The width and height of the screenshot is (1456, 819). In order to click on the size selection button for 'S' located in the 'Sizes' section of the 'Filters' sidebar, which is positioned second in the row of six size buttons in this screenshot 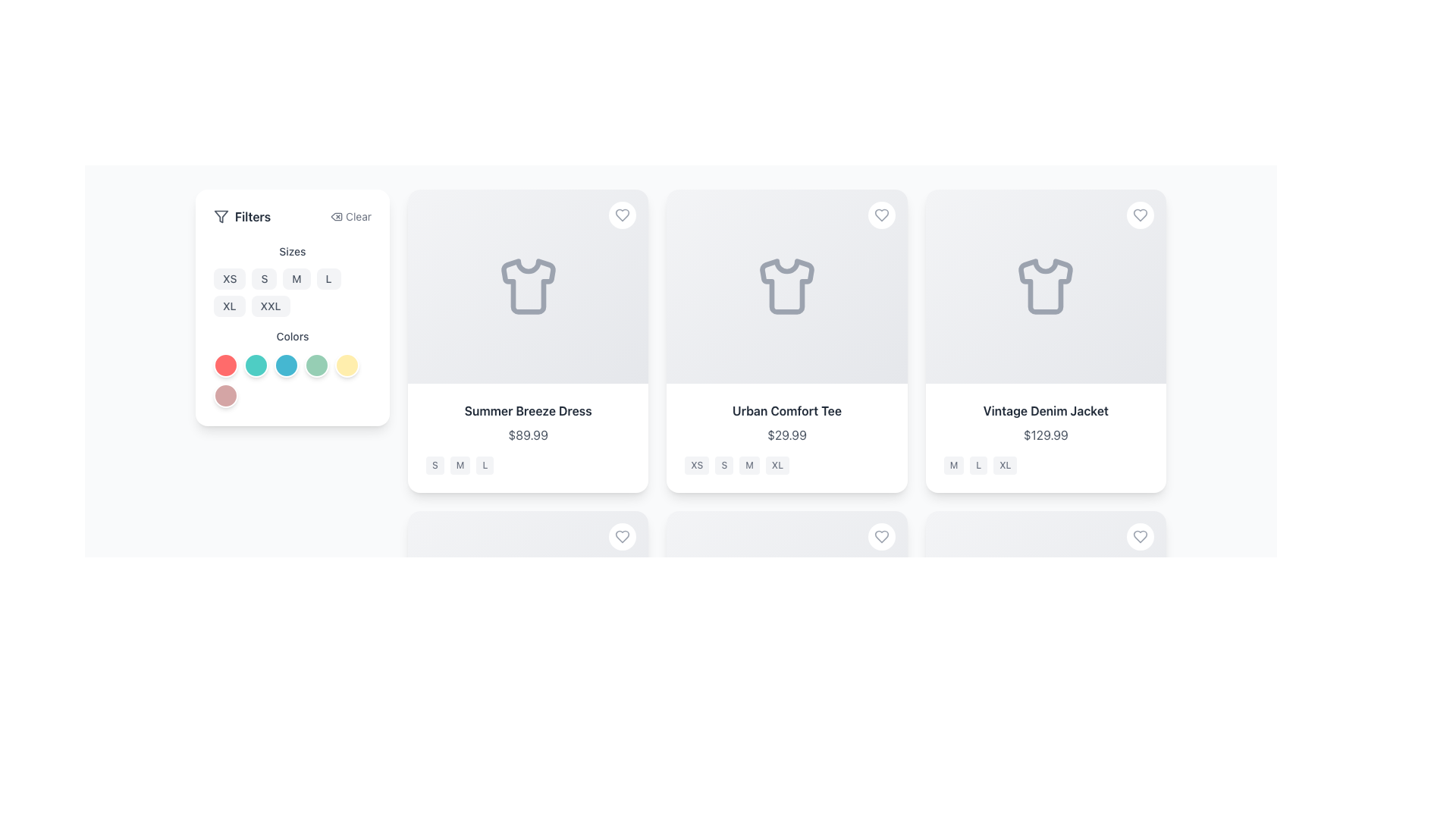, I will do `click(264, 278)`.